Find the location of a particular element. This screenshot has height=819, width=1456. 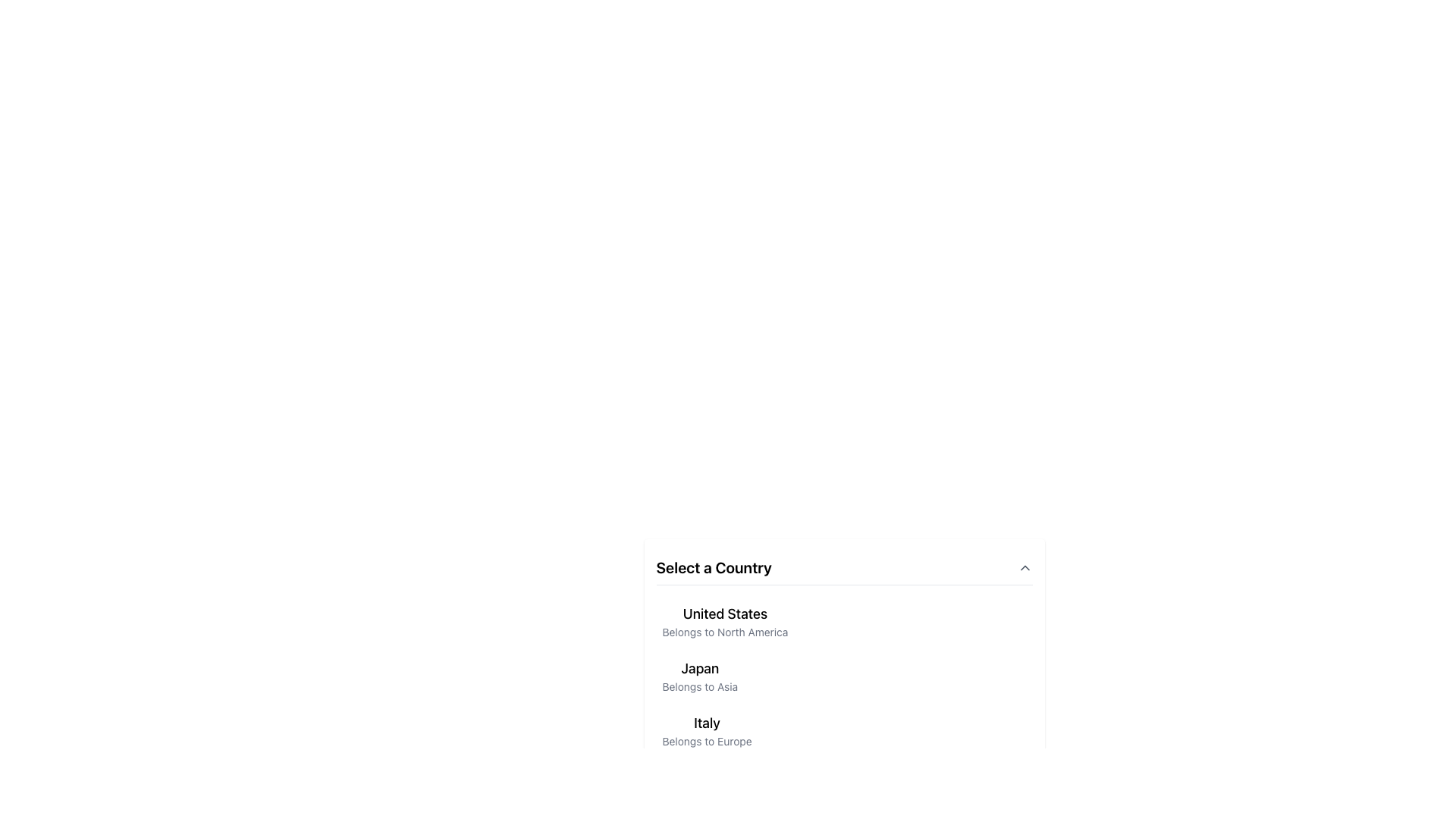

informational static text label indicating the region (North America) that complements 'United States', located directly below it is located at coordinates (724, 632).